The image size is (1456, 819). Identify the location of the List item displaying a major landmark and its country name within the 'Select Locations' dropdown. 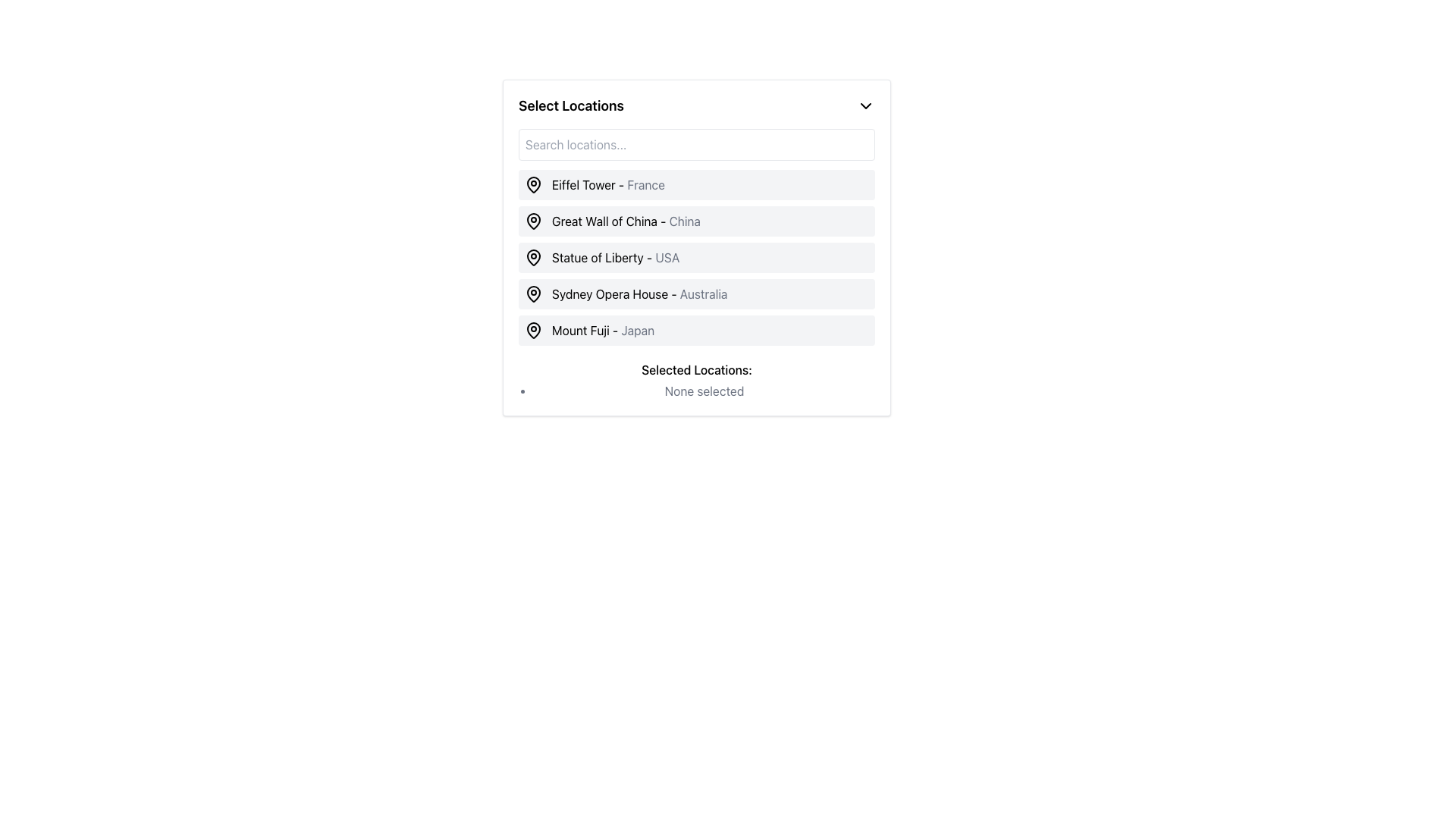
(695, 263).